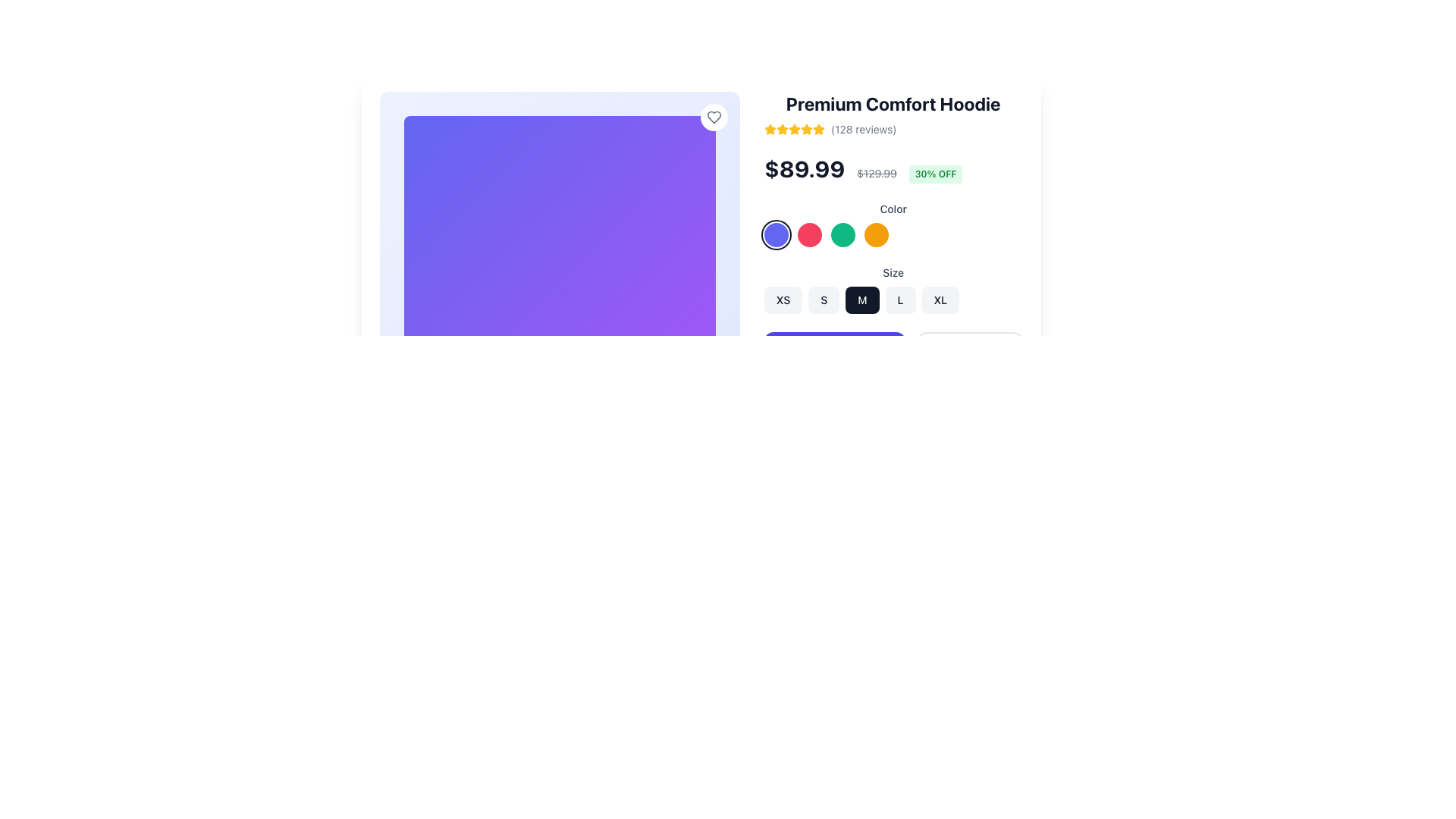 The image size is (1456, 819). I want to click on the 'XL' button, which is a rectangular button with rounded corners and labeled in darker gray text on a light gray background, located in the size selection section, so click(940, 300).